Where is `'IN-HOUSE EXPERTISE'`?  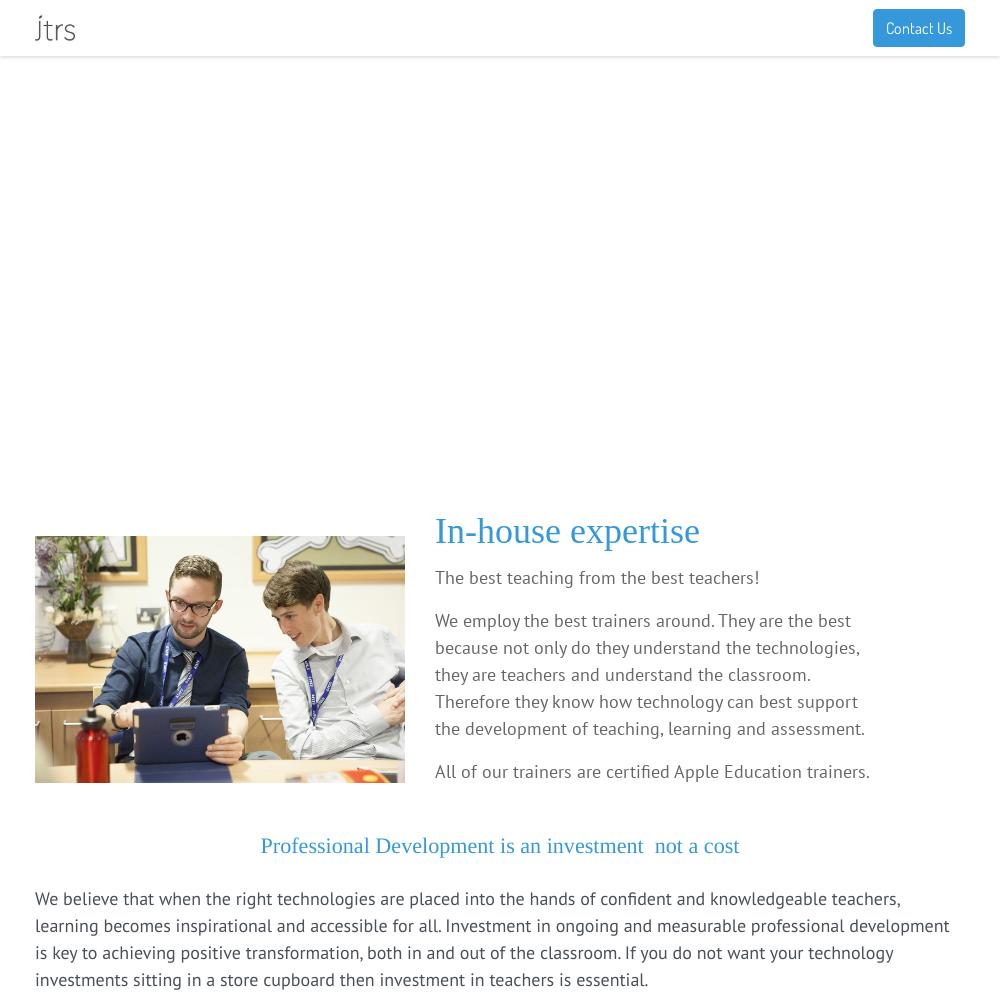
'IN-HOUSE EXPERTISE' is located at coordinates (108, 251).